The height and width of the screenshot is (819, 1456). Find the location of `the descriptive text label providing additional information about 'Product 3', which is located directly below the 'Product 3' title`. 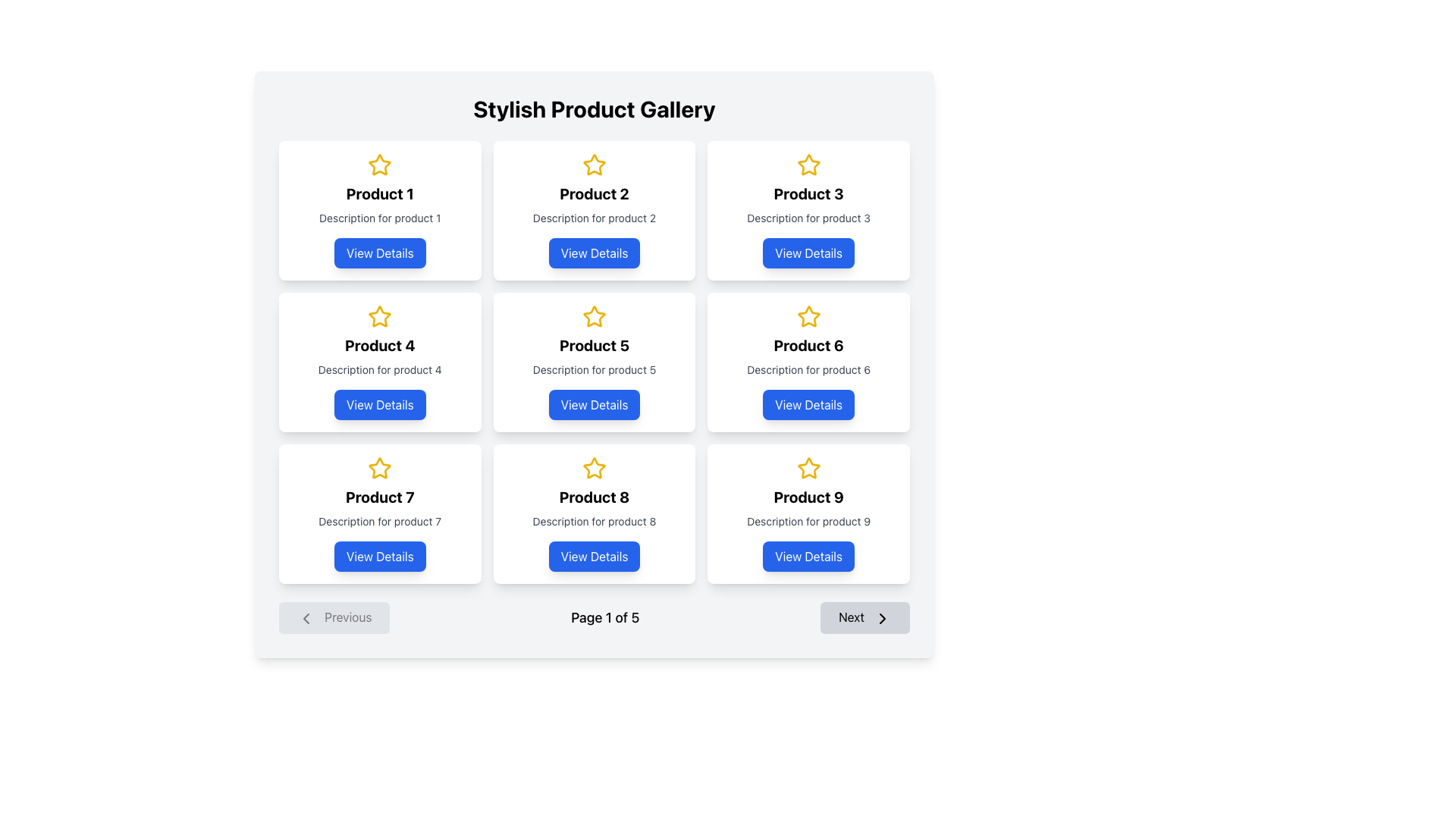

the descriptive text label providing additional information about 'Product 3', which is located directly below the 'Product 3' title is located at coordinates (808, 218).